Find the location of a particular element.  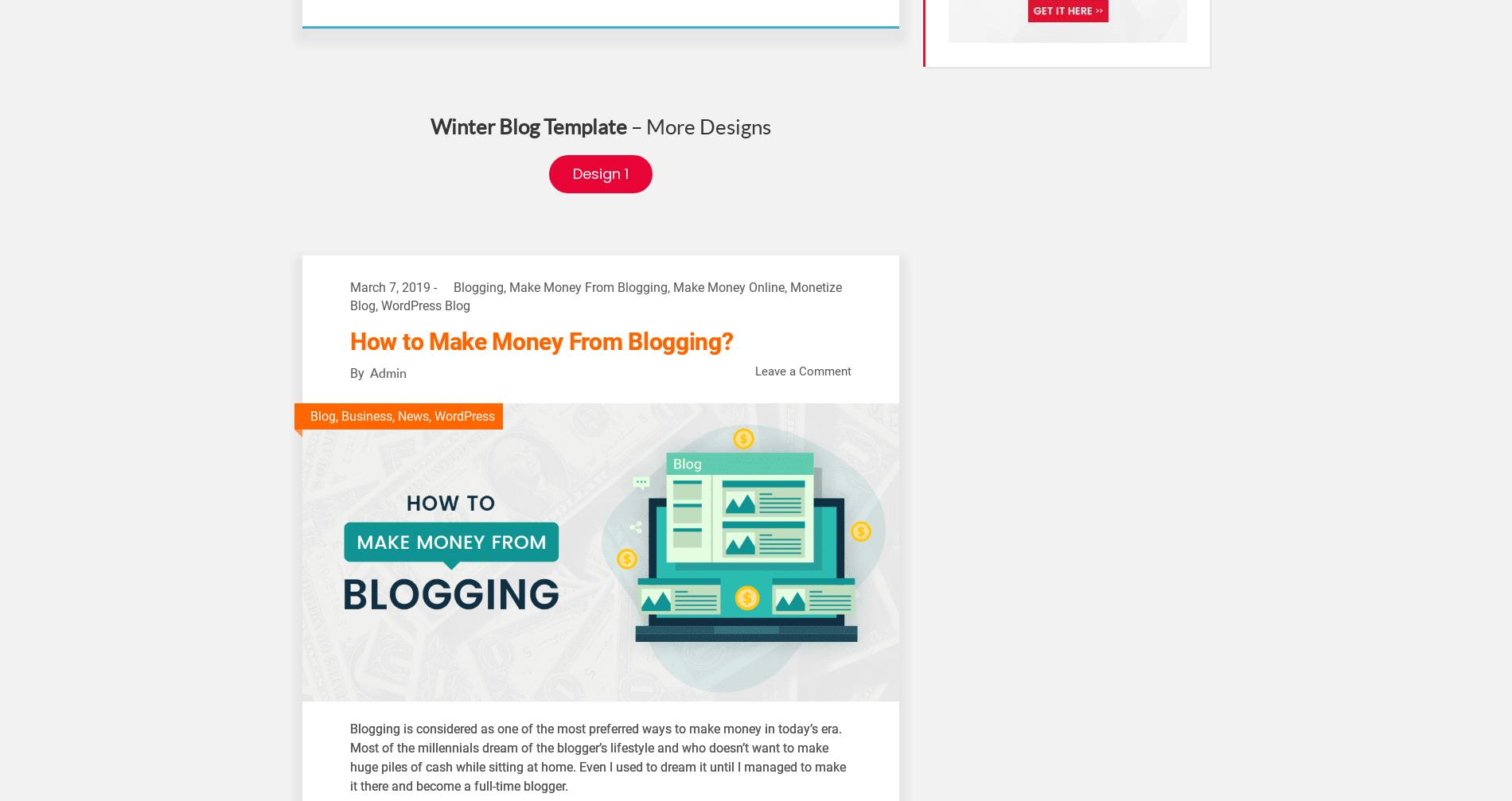

'Leave a Comment' is located at coordinates (803, 371).